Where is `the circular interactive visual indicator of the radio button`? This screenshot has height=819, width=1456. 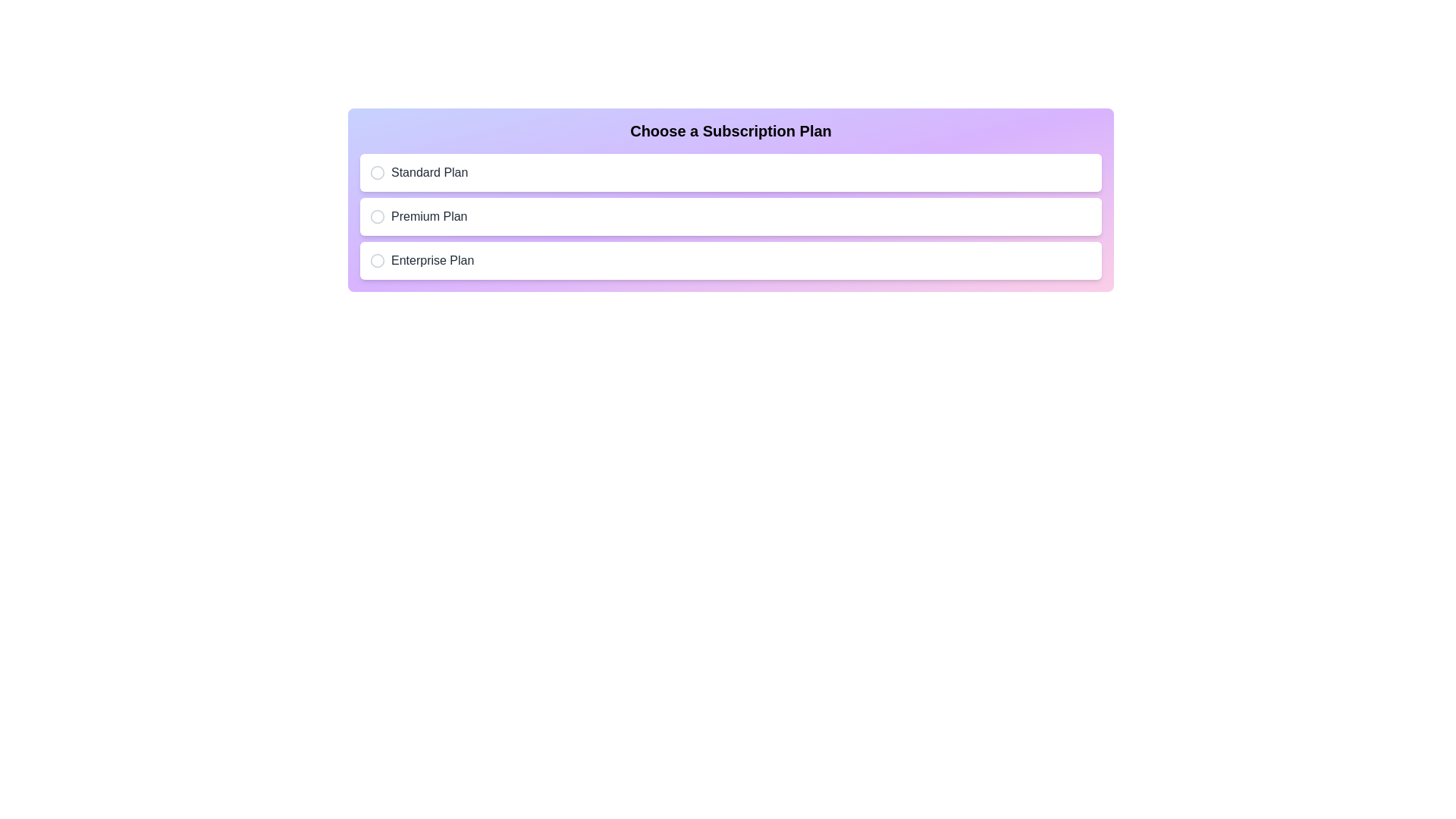
the circular interactive visual indicator of the radio button is located at coordinates (378, 216).